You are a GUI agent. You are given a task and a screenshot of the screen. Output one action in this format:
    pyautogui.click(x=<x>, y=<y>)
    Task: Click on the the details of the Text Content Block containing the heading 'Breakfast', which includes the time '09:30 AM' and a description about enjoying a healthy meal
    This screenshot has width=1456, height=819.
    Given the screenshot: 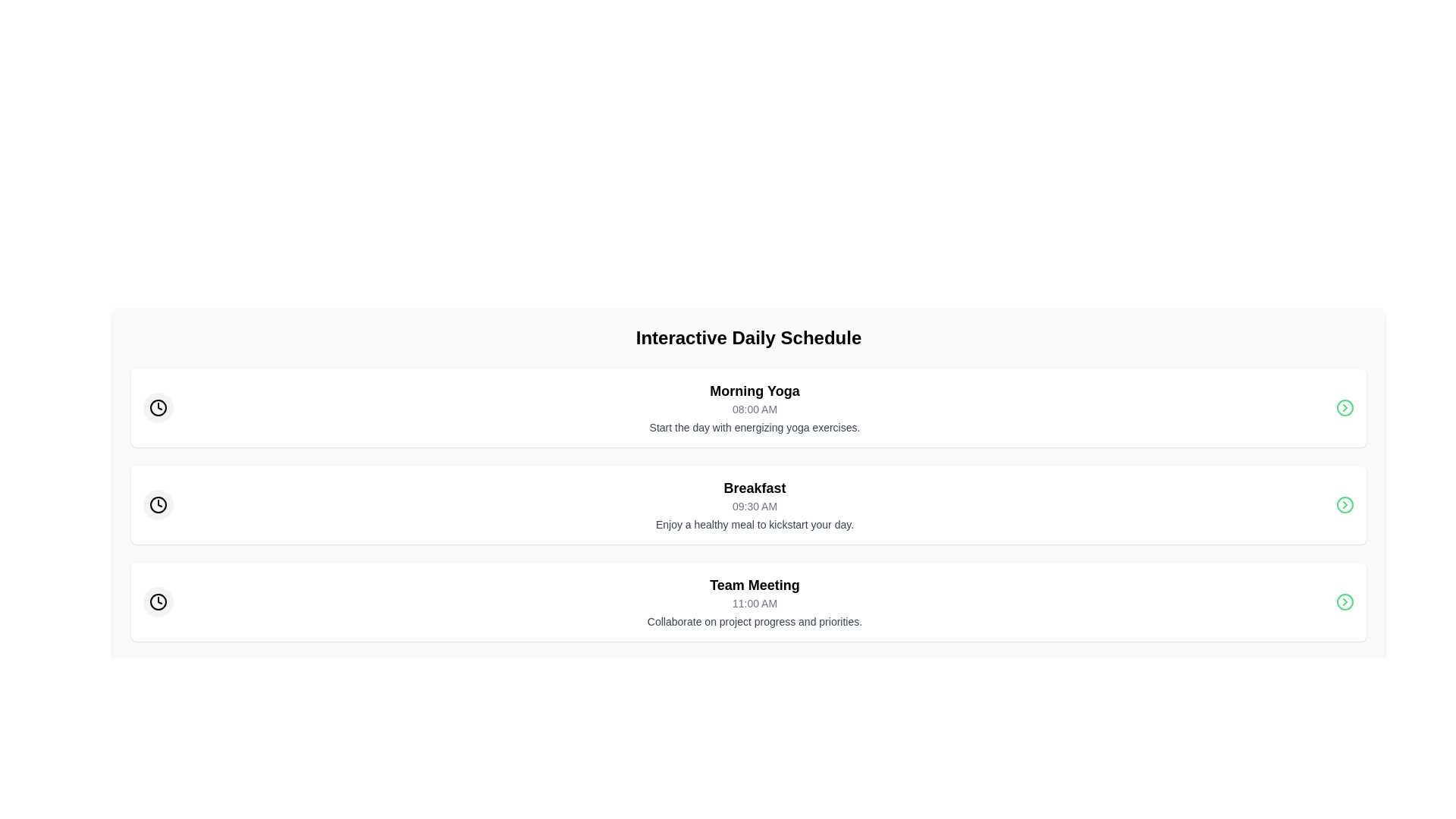 What is the action you would take?
    pyautogui.click(x=755, y=505)
    